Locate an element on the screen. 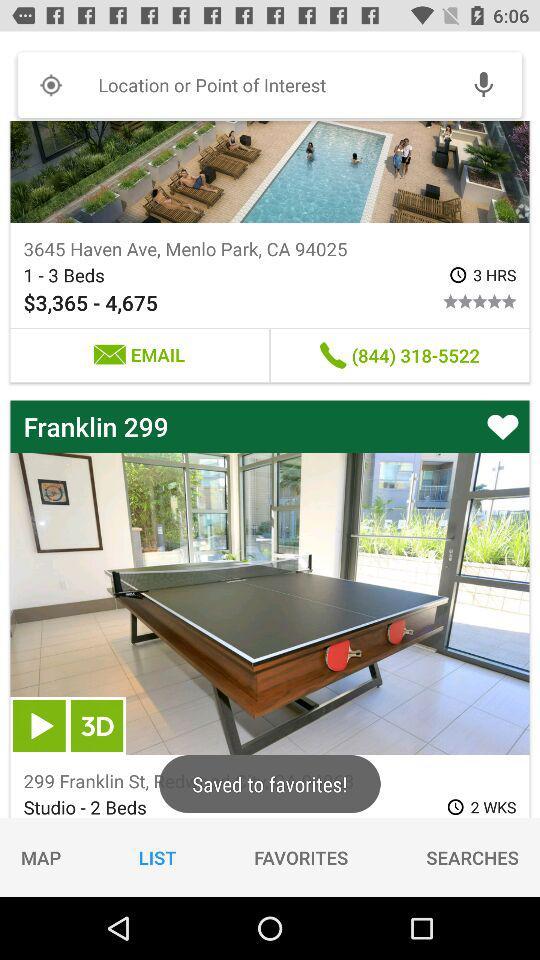 The height and width of the screenshot is (960, 540). the location_crosshair icon is located at coordinates (50, 85).